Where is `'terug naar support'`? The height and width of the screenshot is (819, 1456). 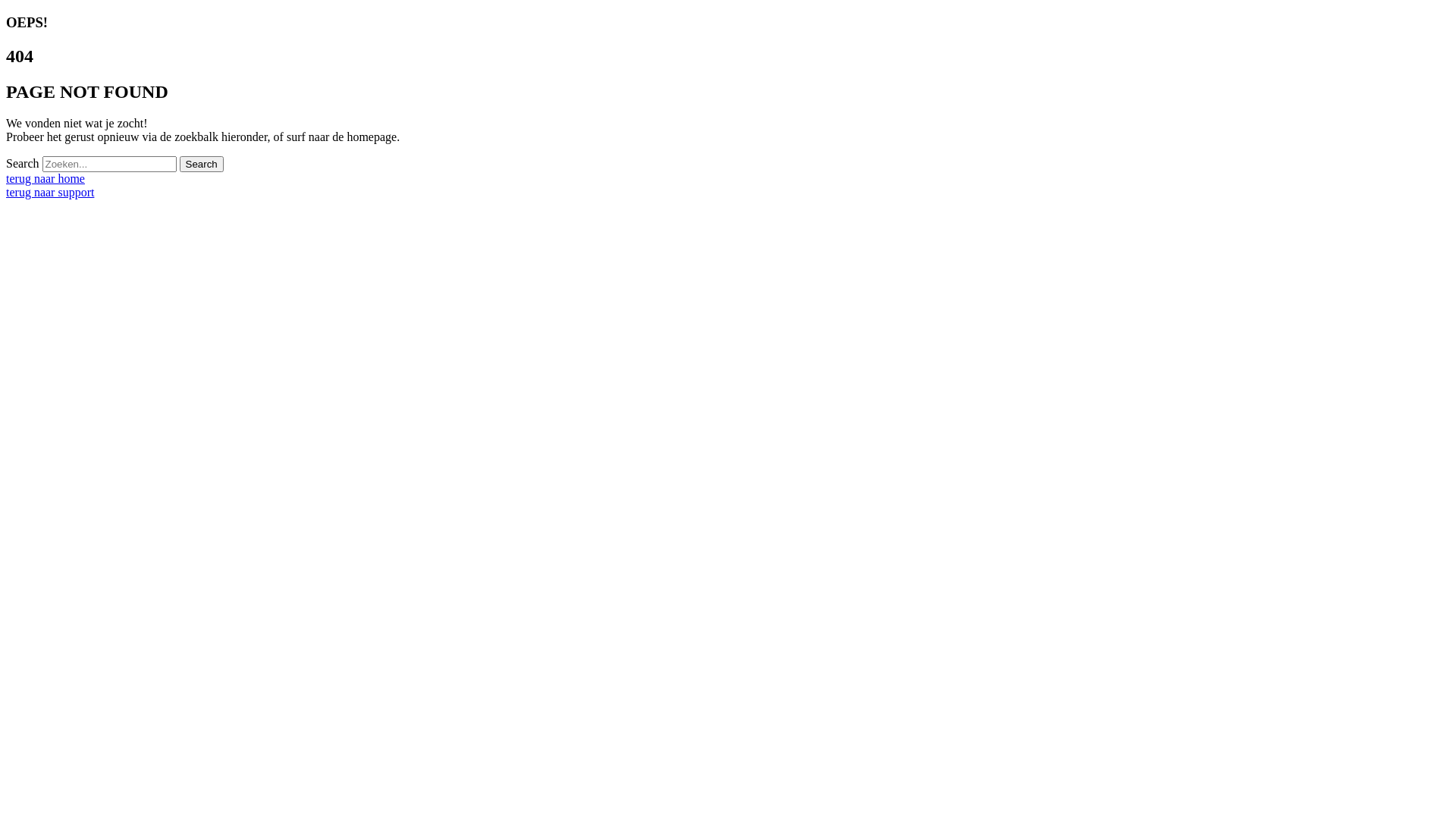 'terug naar support' is located at coordinates (50, 191).